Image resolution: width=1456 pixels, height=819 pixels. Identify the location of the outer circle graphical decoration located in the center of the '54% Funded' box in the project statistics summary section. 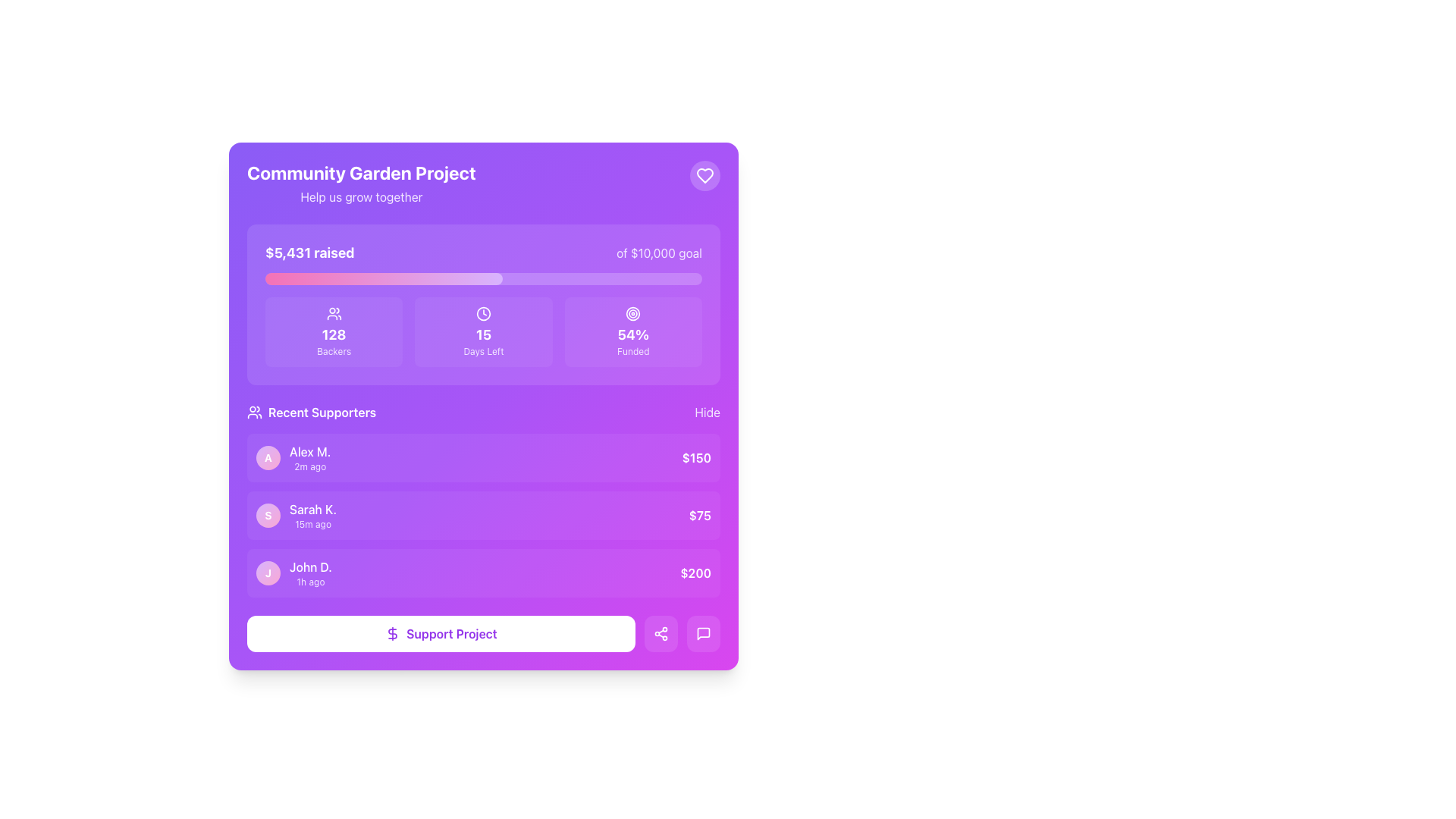
(633, 312).